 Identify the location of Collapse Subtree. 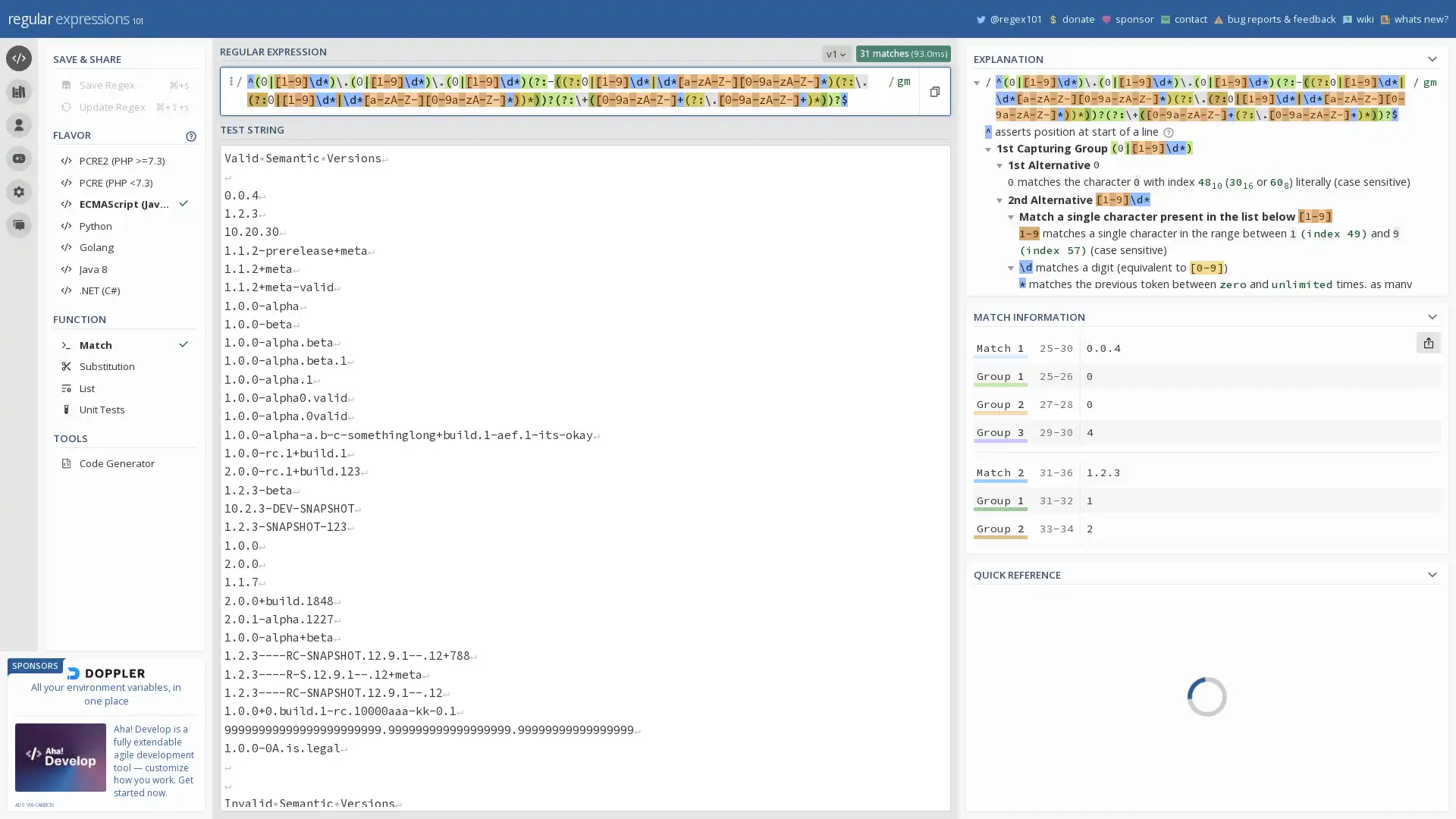
(1013, 216).